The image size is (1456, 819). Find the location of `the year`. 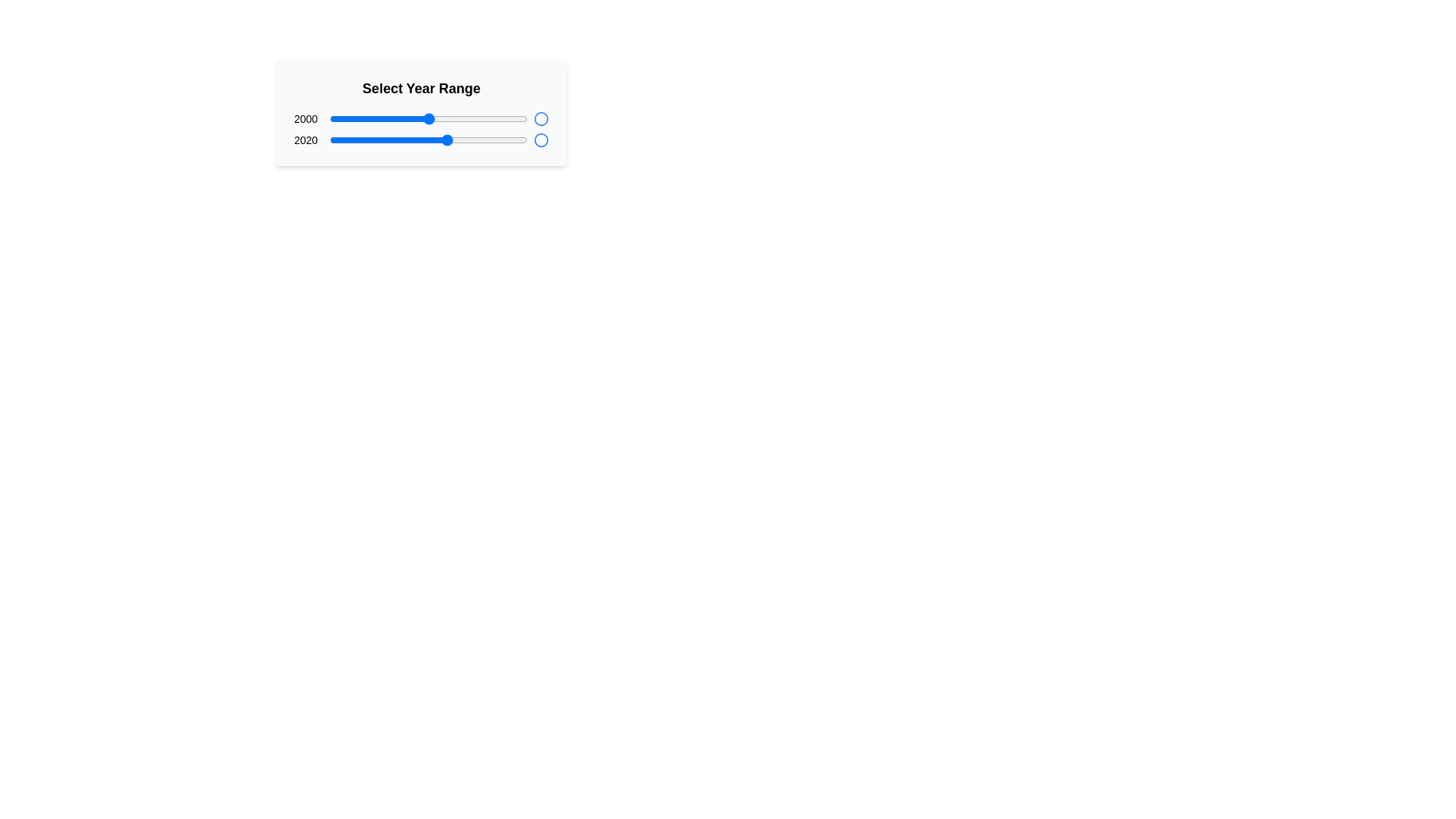

the year is located at coordinates (427, 118).